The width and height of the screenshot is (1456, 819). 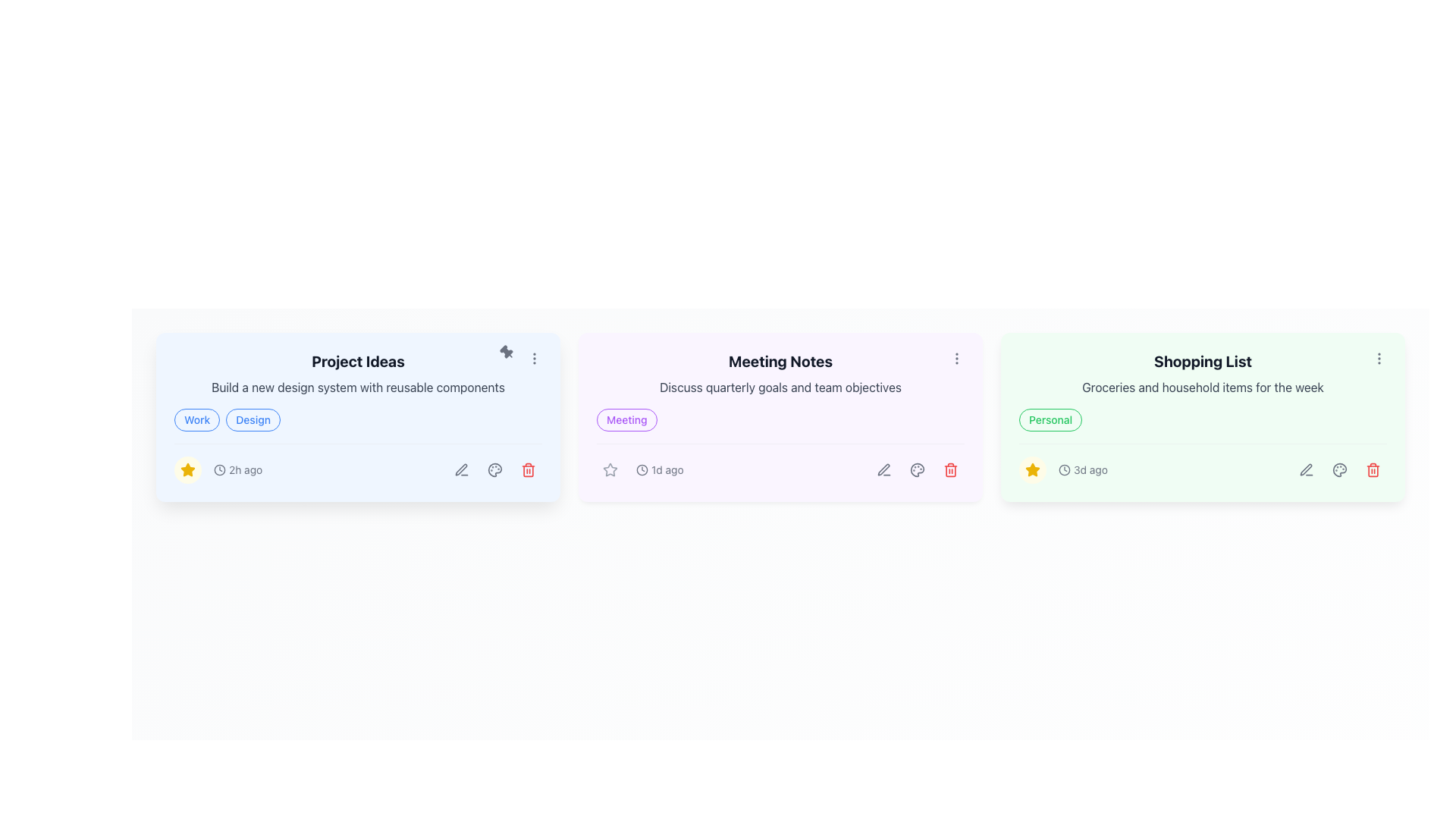 What do you see at coordinates (1339, 469) in the screenshot?
I see `the circular painter's palette icon located in the bottom section of the third card labeled 'Shopping List'` at bounding box center [1339, 469].